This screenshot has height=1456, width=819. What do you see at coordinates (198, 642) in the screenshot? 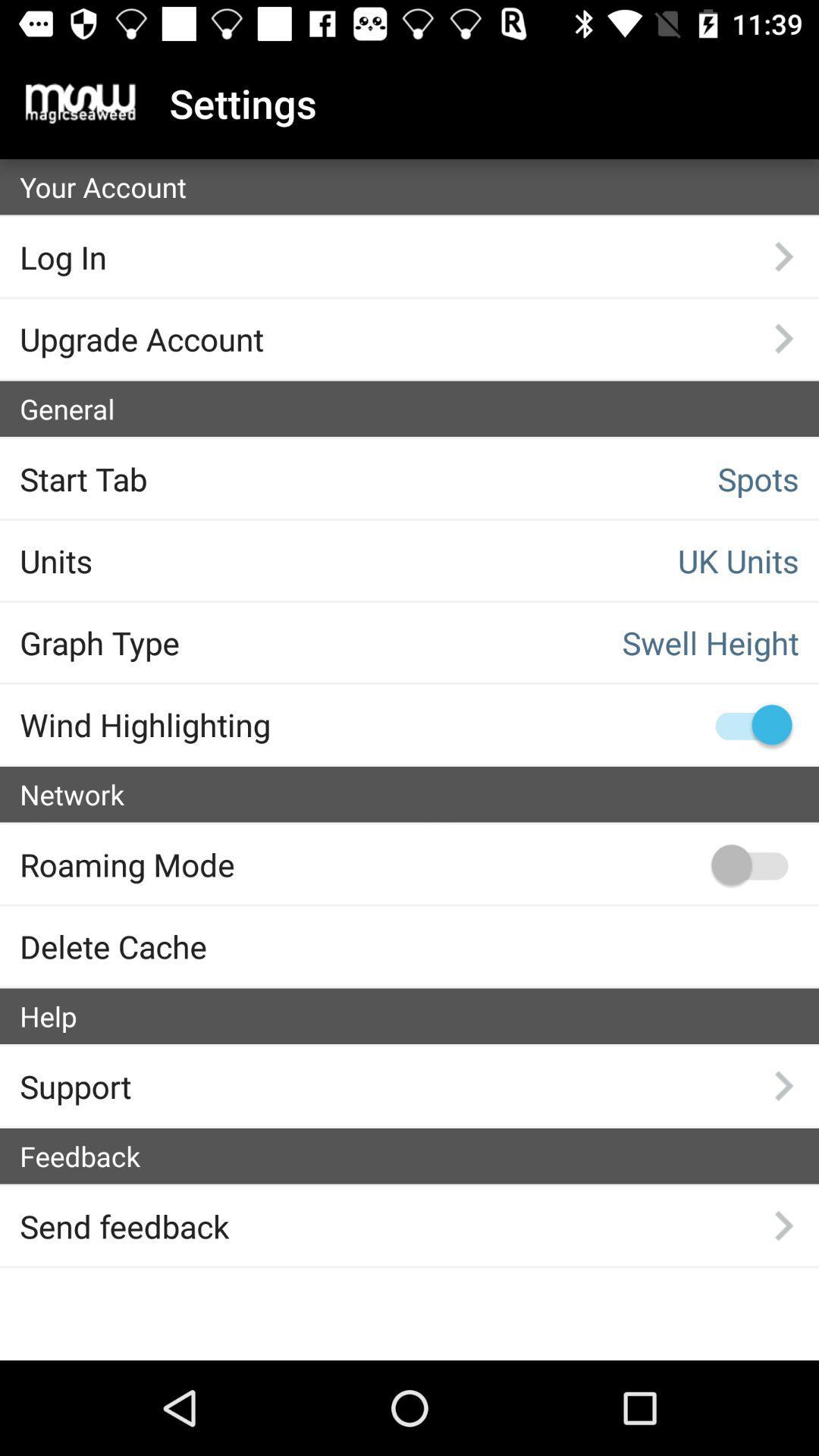
I see `the graph type below units` at bounding box center [198, 642].